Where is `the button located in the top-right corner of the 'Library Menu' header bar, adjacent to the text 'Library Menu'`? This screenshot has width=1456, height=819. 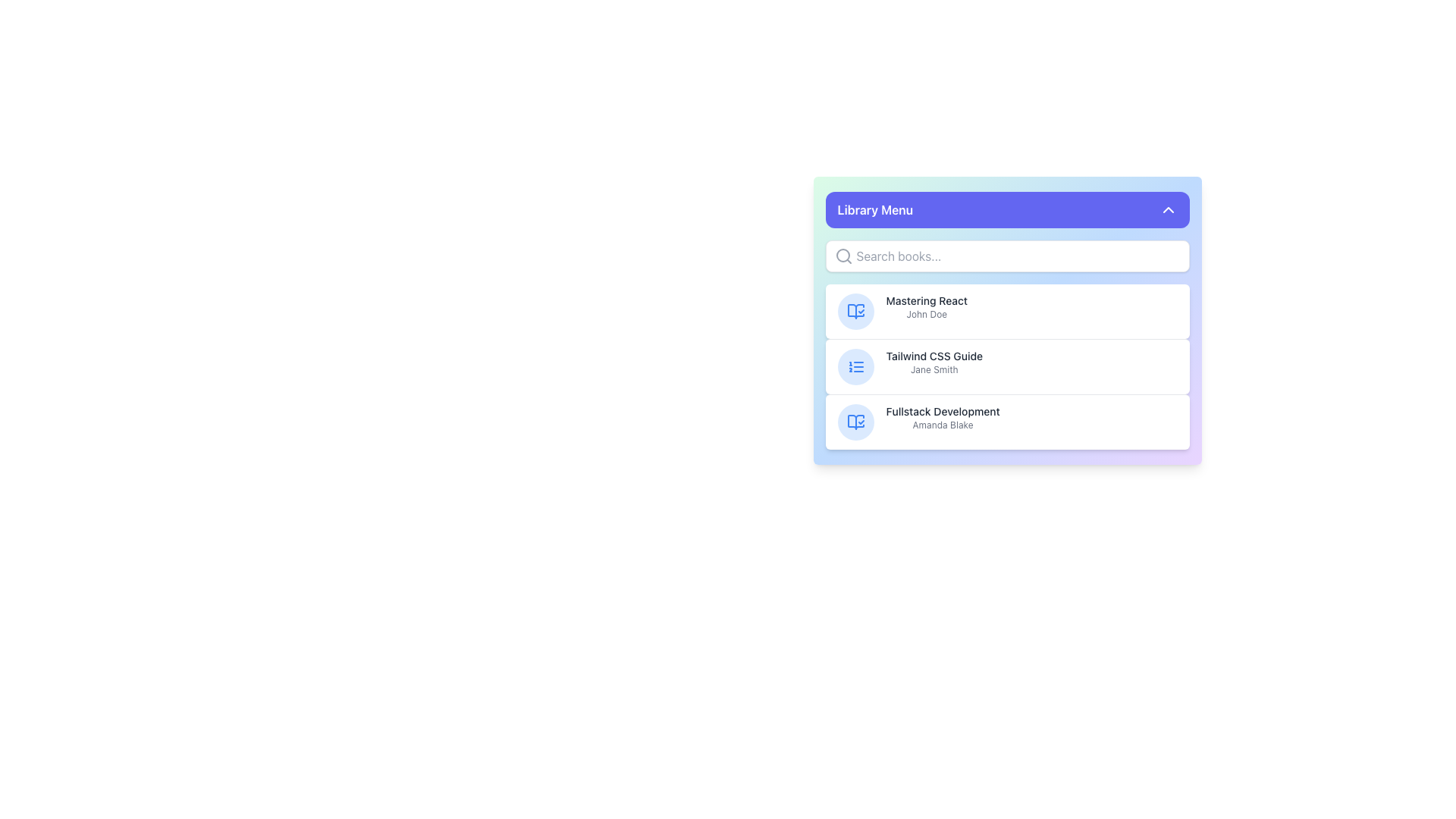 the button located in the top-right corner of the 'Library Menu' header bar, adjacent to the text 'Library Menu' is located at coordinates (1167, 210).